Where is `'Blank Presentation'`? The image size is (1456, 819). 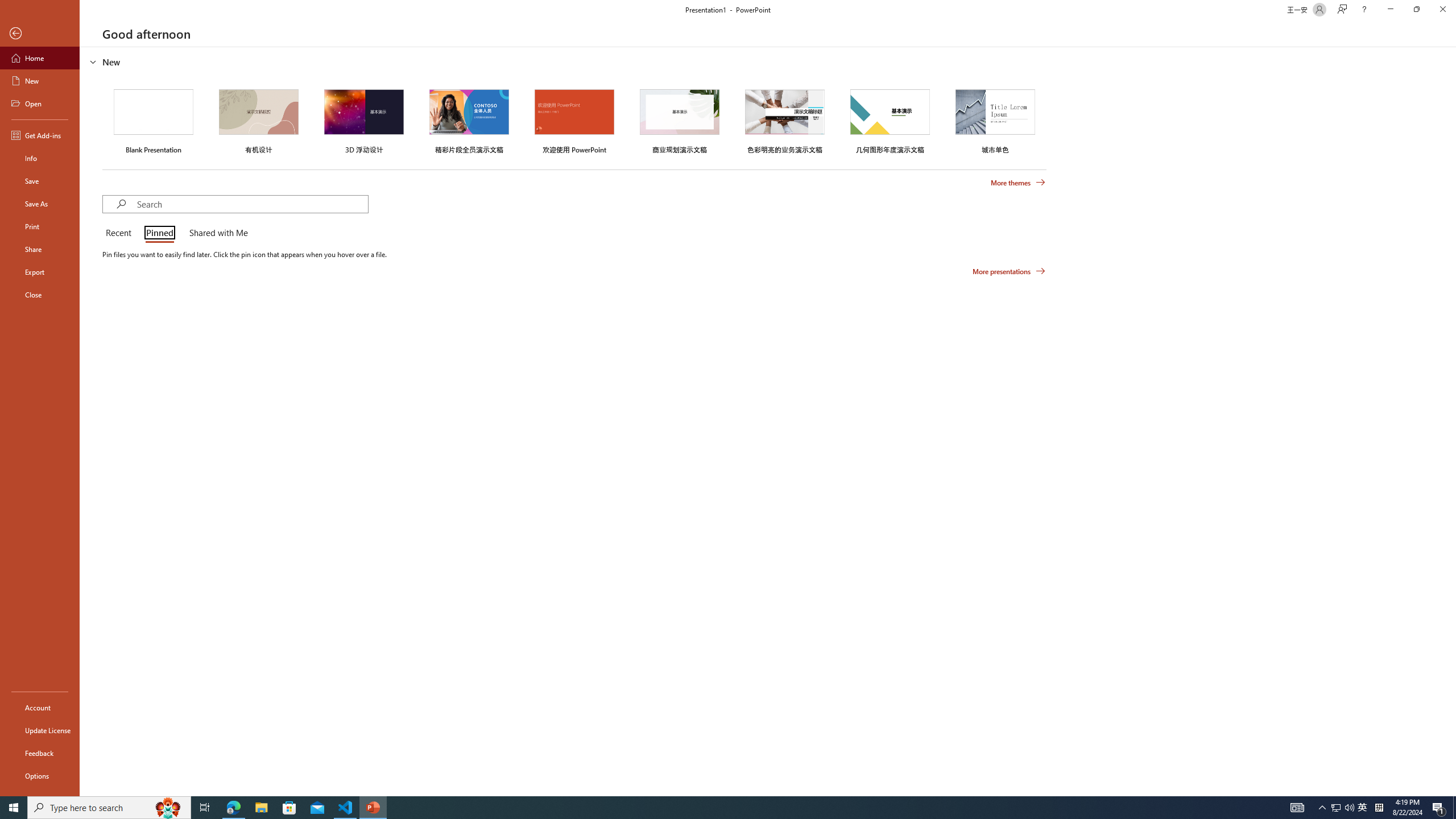
'Blank Presentation' is located at coordinates (153, 119).